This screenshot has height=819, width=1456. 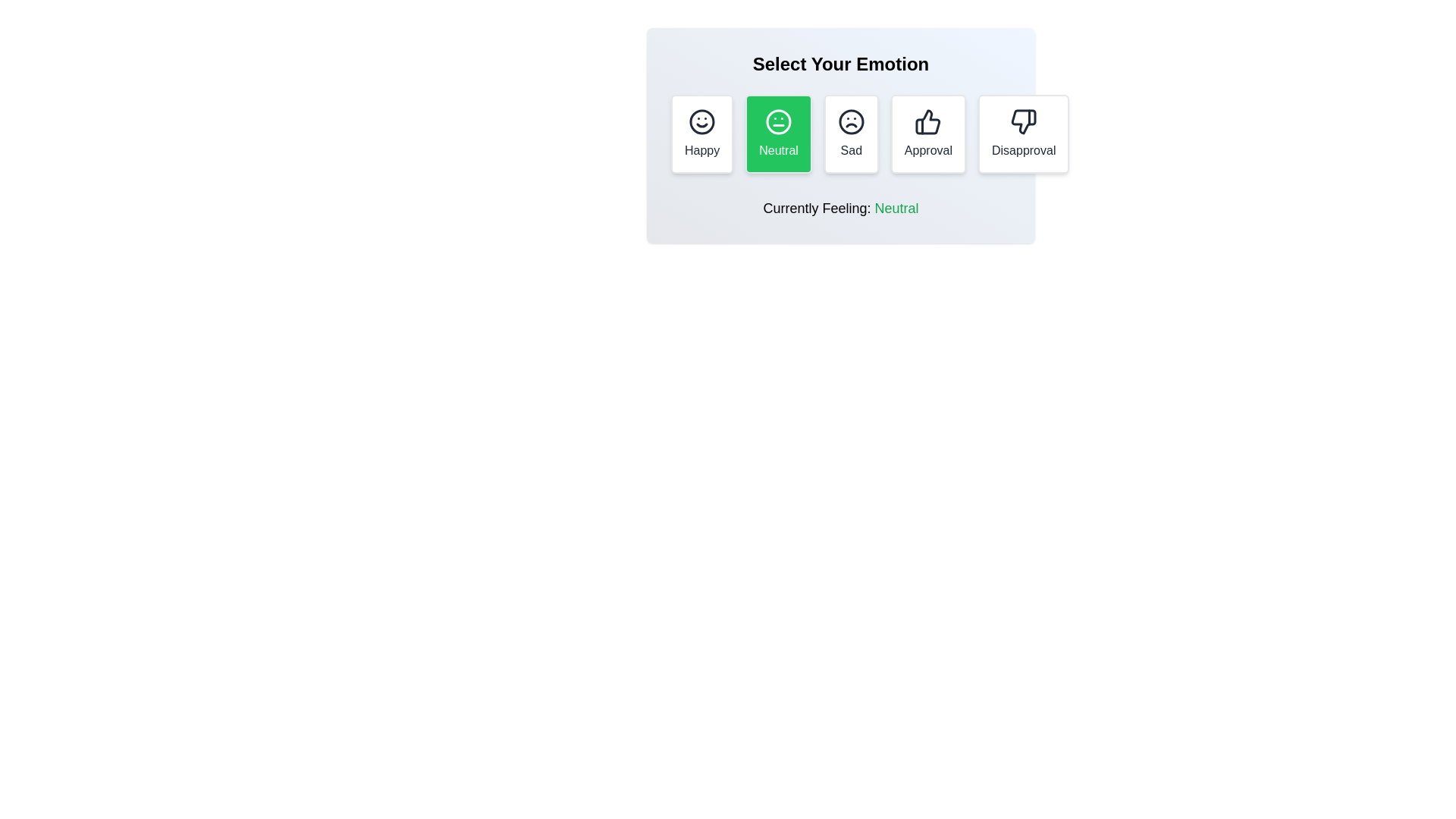 I want to click on the Approval button to select the corresponding reaction, so click(x=927, y=133).